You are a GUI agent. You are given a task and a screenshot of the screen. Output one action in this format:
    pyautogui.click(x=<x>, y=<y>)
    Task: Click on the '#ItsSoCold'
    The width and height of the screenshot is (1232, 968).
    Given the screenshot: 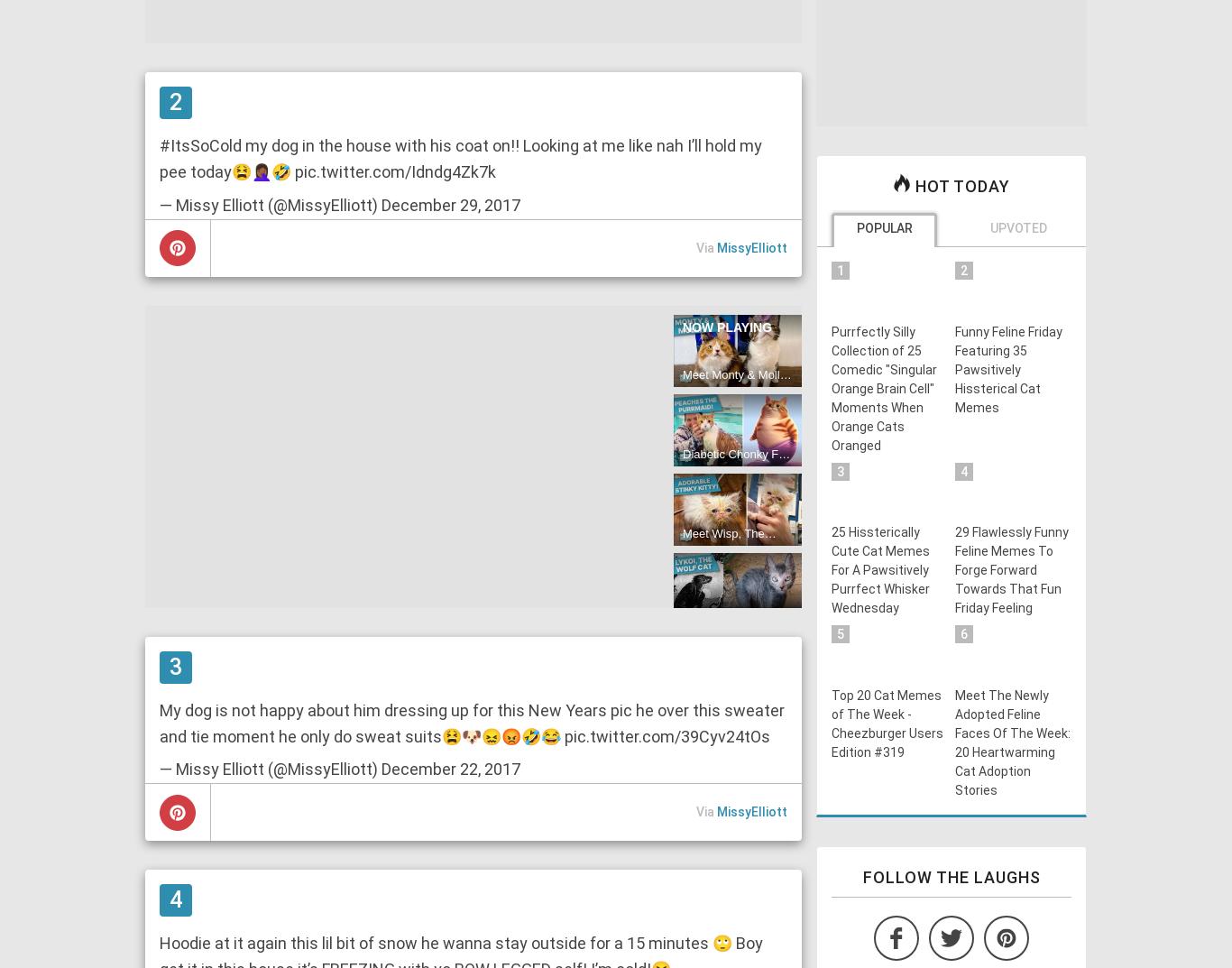 What is the action you would take?
    pyautogui.click(x=159, y=144)
    